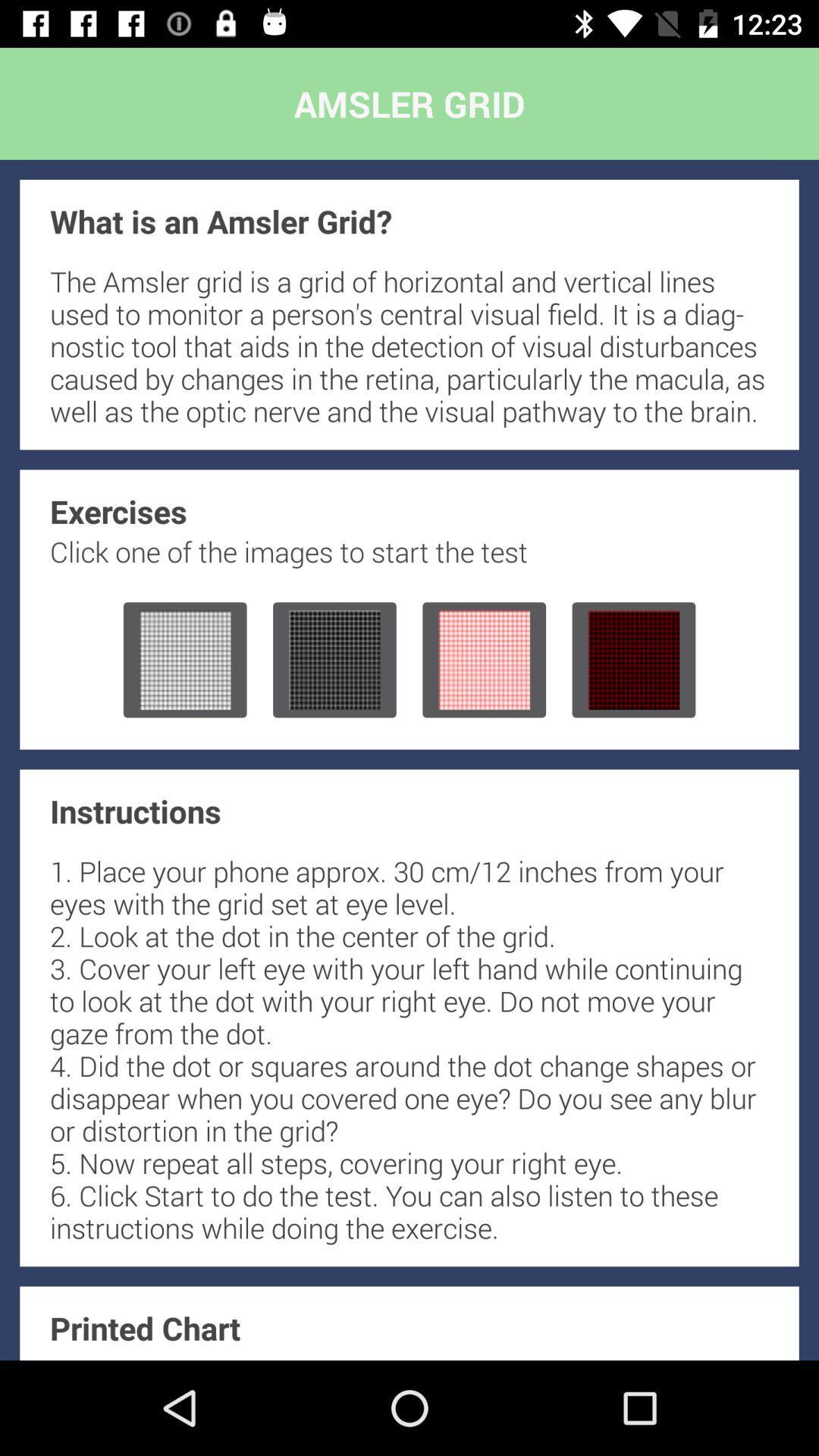  What do you see at coordinates (334, 660) in the screenshot?
I see `start test` at bounding box center [334, 660].